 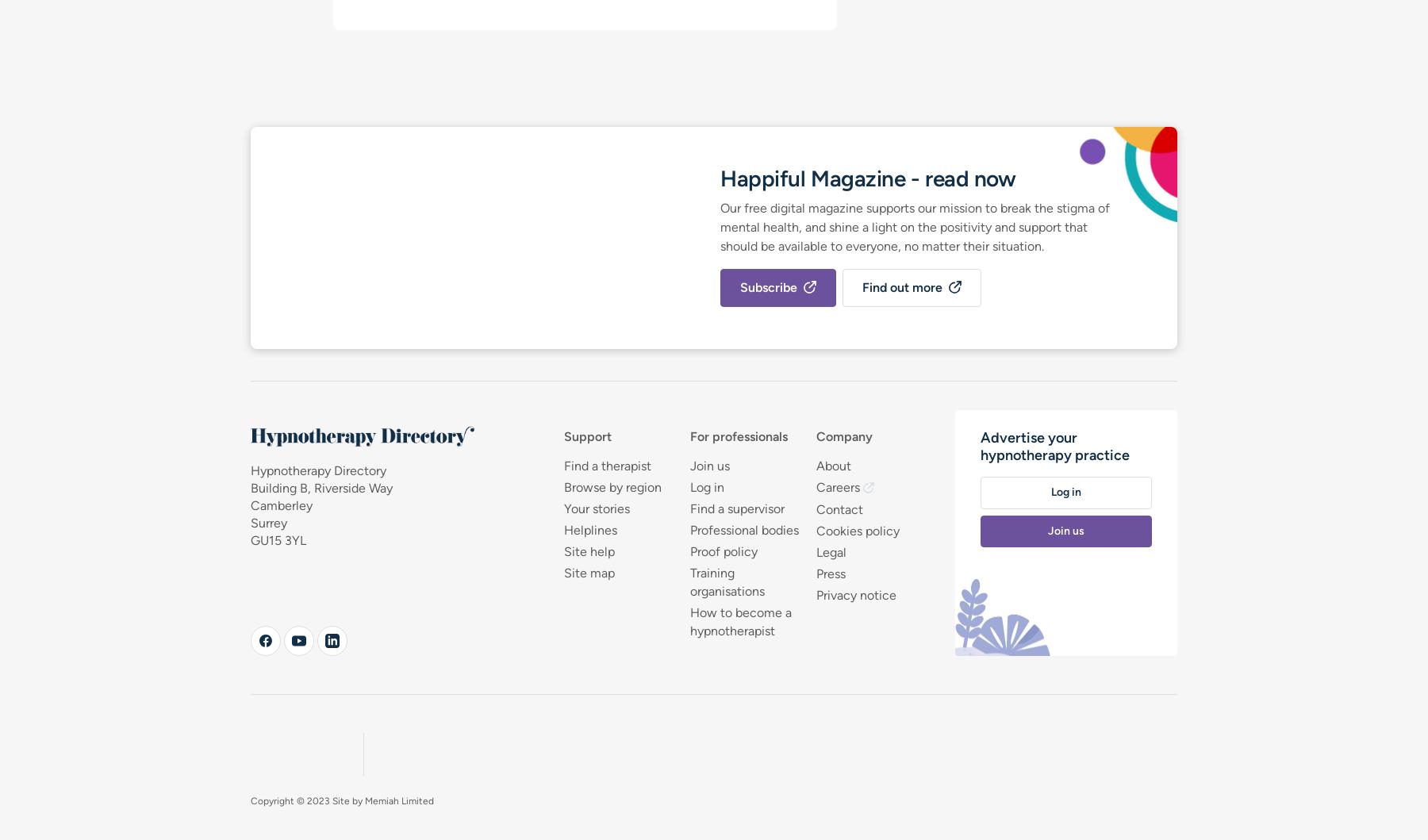 What do you see at coordinates (739, 620) in the screenshot?
I see `'How to become a hypnotherapist'` at bounding box center [739, 620].